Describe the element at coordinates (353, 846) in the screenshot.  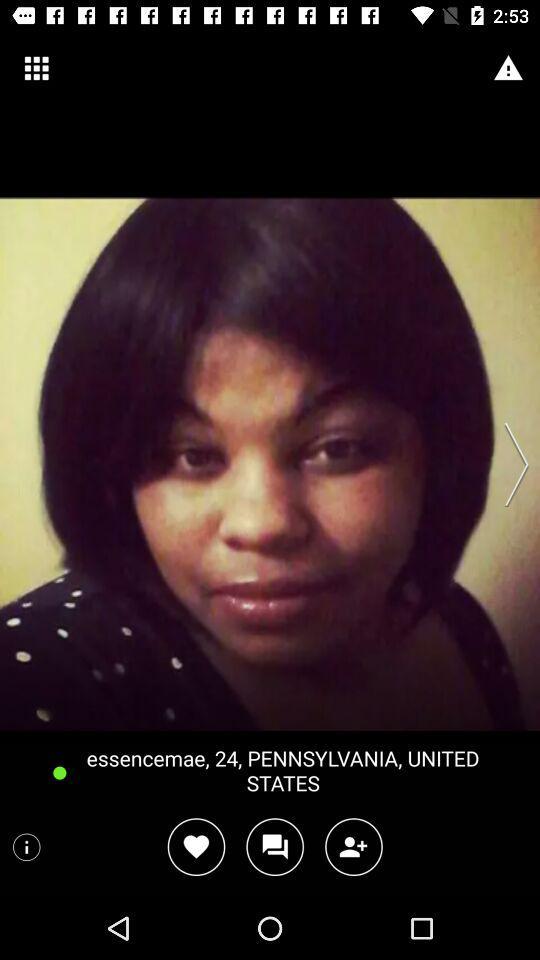
I see `contact option` at that location.